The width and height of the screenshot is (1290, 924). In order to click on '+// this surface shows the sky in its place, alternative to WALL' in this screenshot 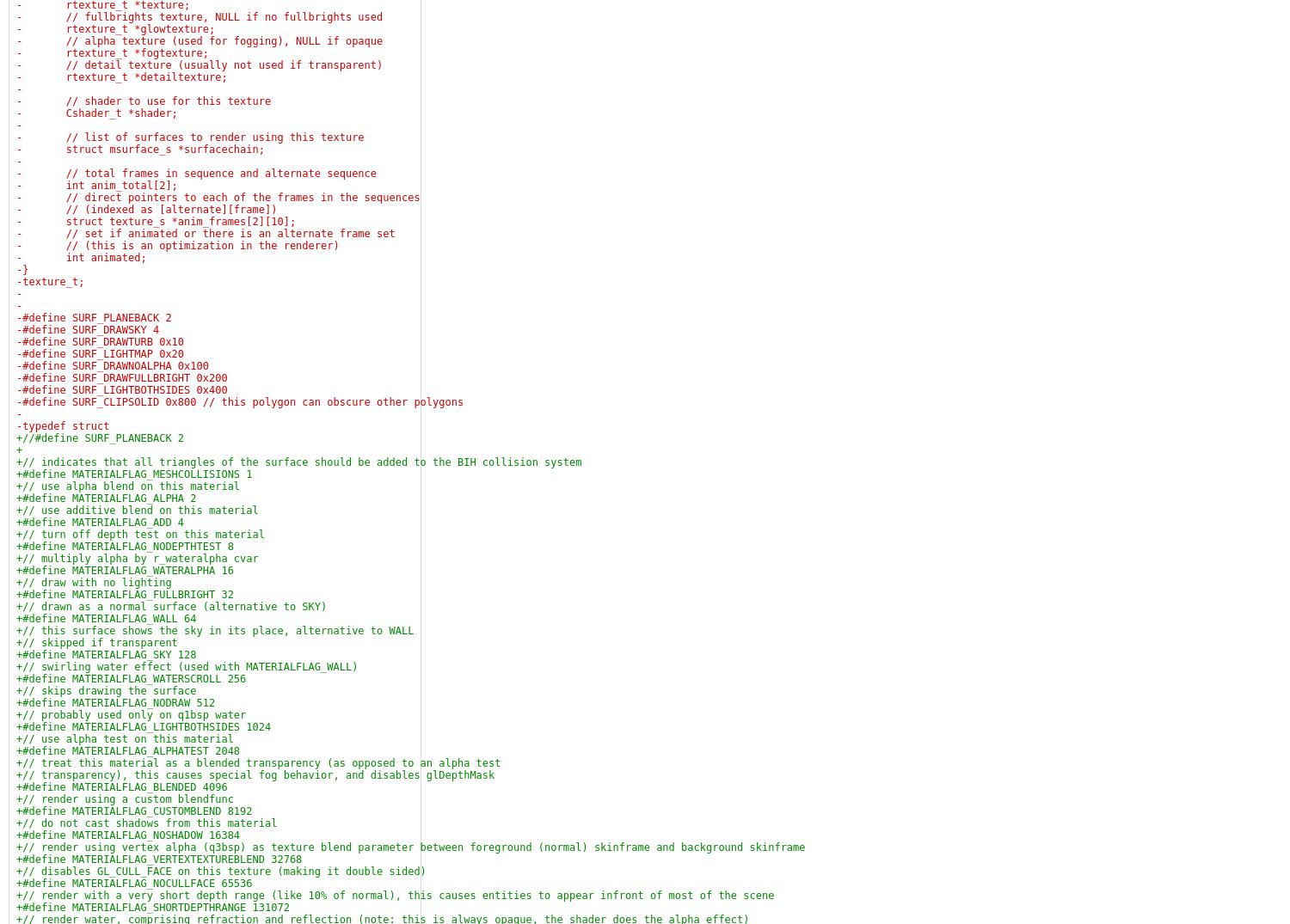, I will do `click(215, 631)`.